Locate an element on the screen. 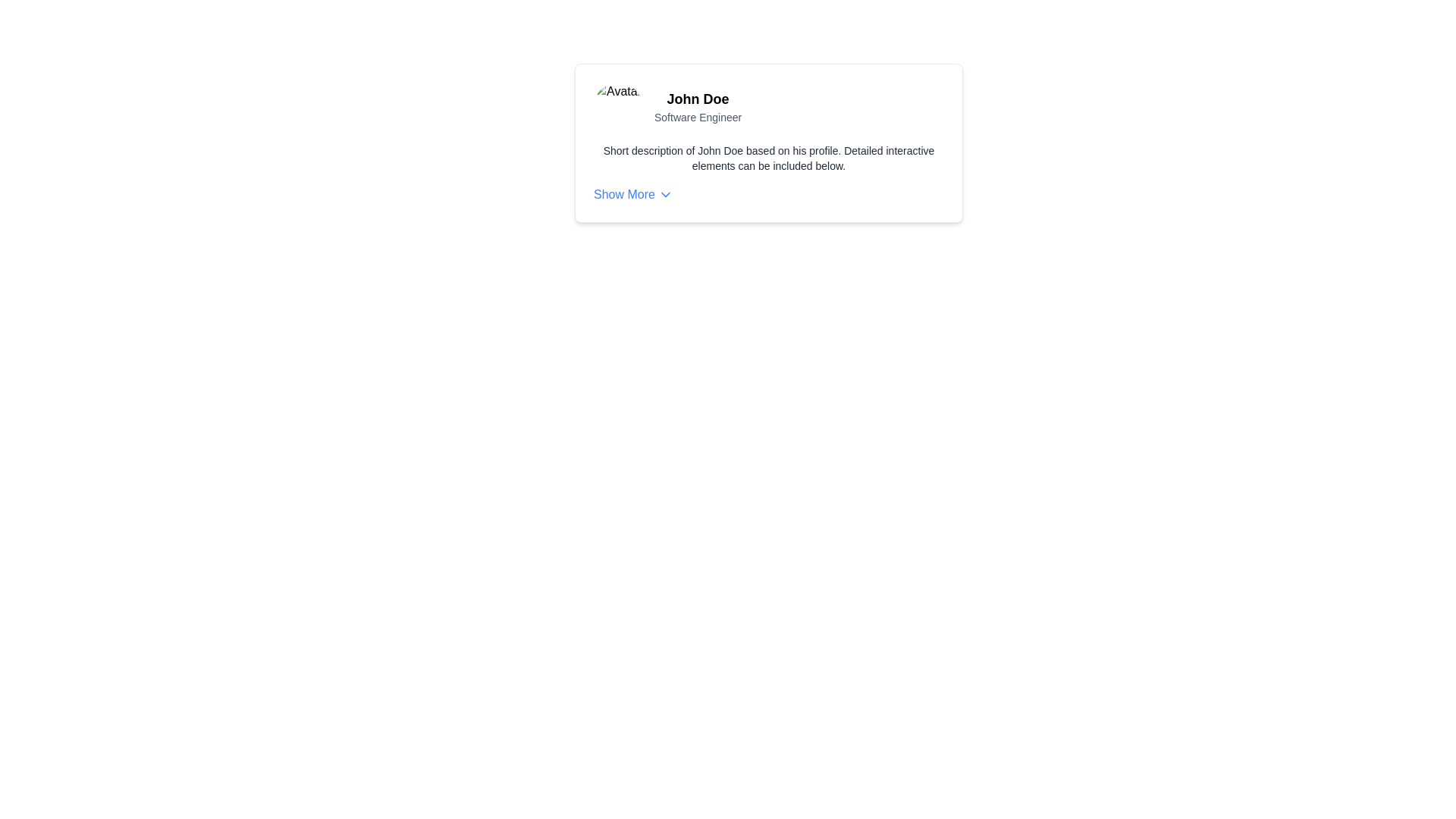 The image size is (1456, 819). the composite text display element that shows the user's name and professional title, located to the right of the avatar in the profile or contact card interface is located at coordinates (697, 106).